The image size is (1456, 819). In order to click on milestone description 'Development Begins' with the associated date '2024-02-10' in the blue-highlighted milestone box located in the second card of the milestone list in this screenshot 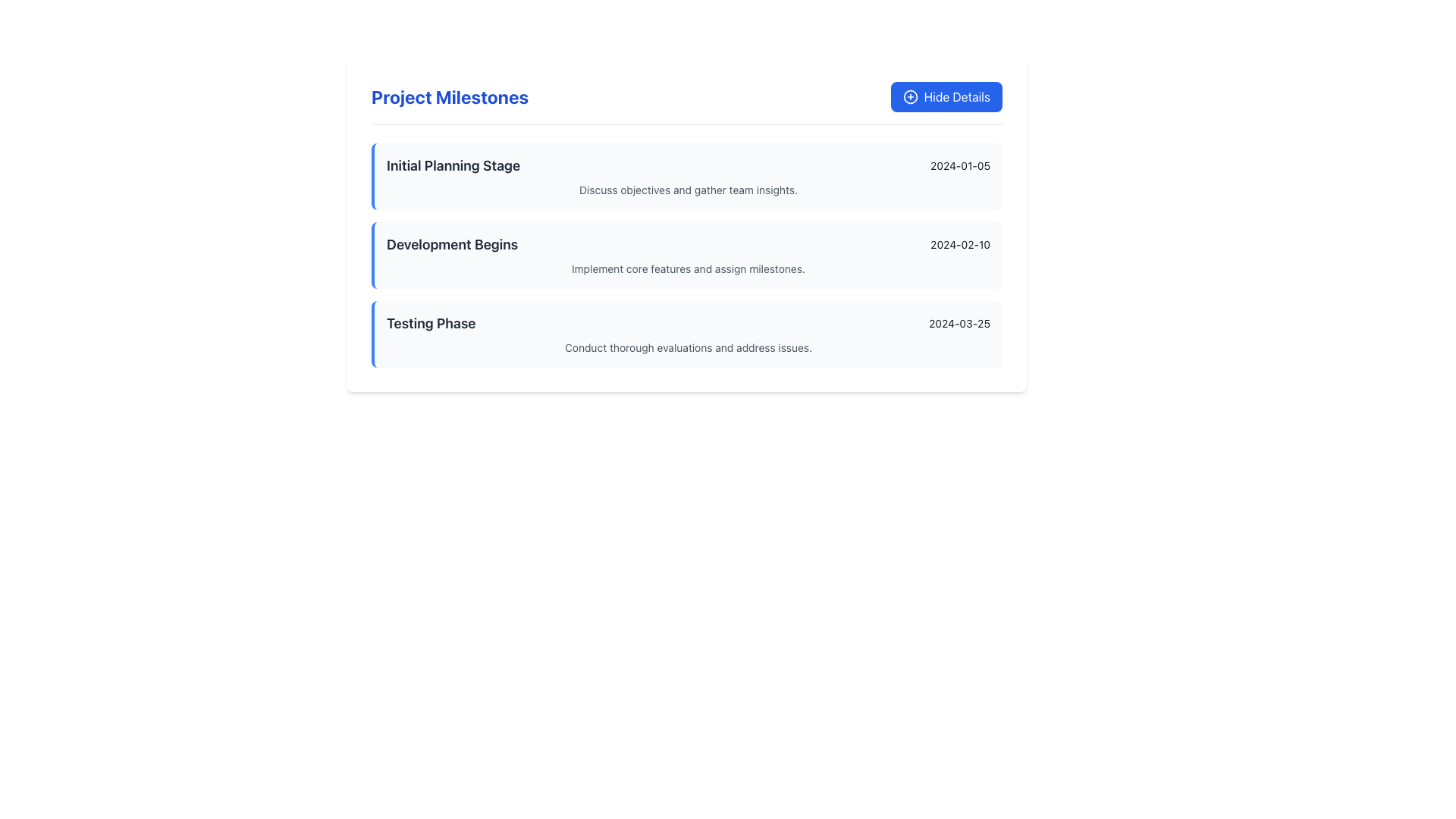, I will do `click(687, 244)`.